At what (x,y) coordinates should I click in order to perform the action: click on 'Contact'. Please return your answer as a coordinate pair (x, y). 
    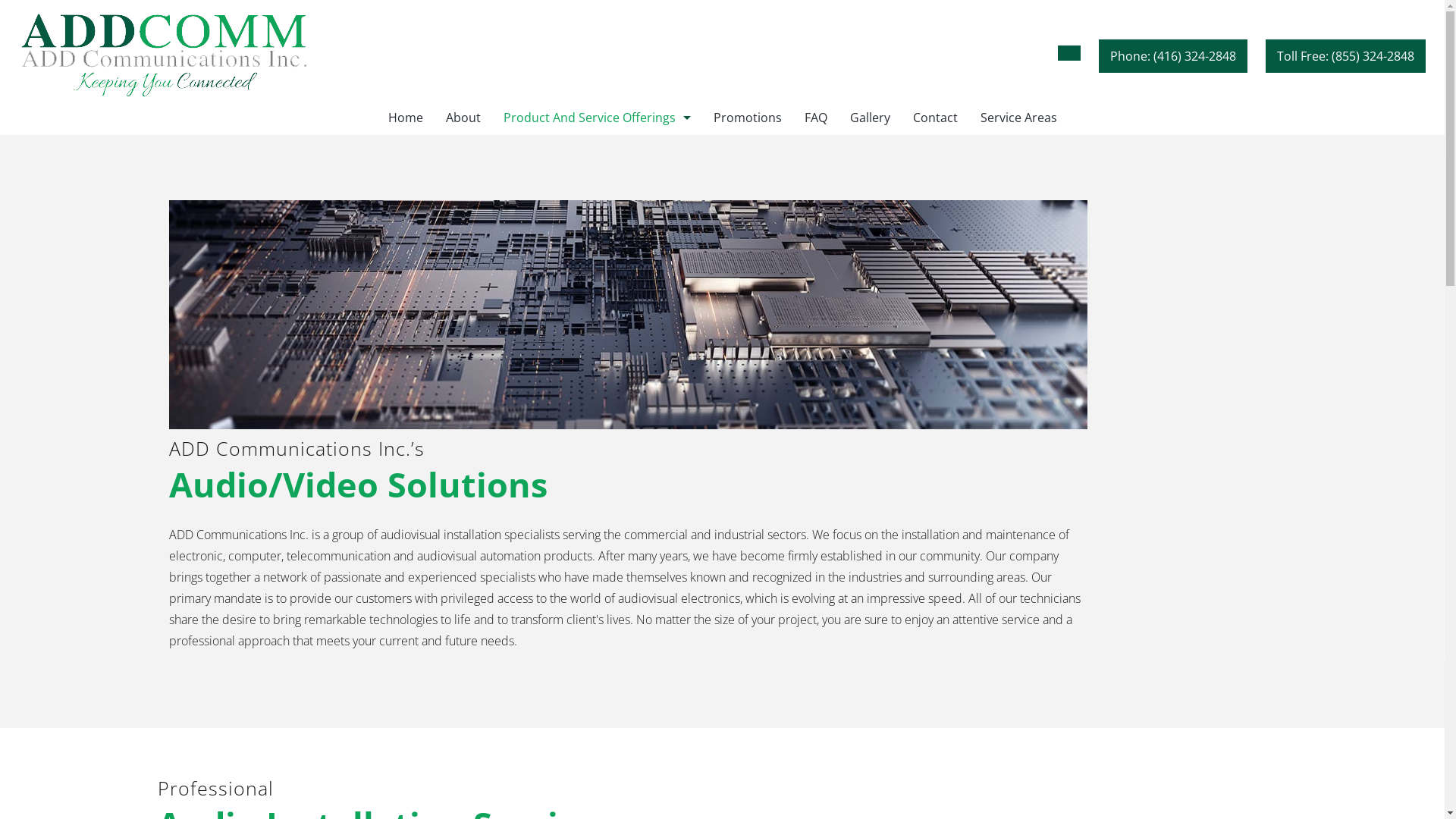
    Looking at the image, I should click on (934, 117).